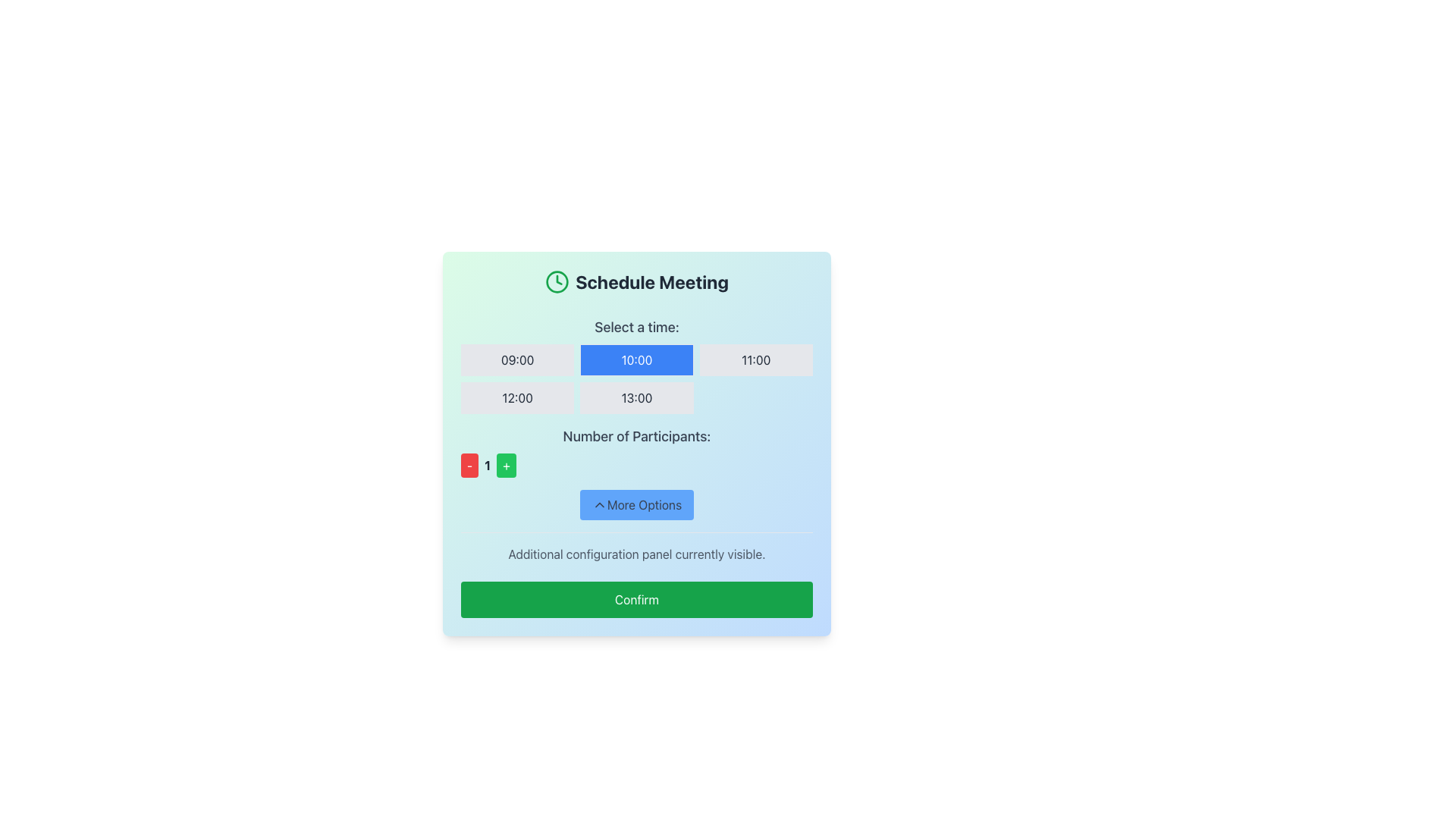  Describe the element at coordinates (598, 505) in the screenshot. I see `the icon located within the 'More Options' button, which is positioned to the left side of the text label associated with the 'Number of Participants' section` at that location.